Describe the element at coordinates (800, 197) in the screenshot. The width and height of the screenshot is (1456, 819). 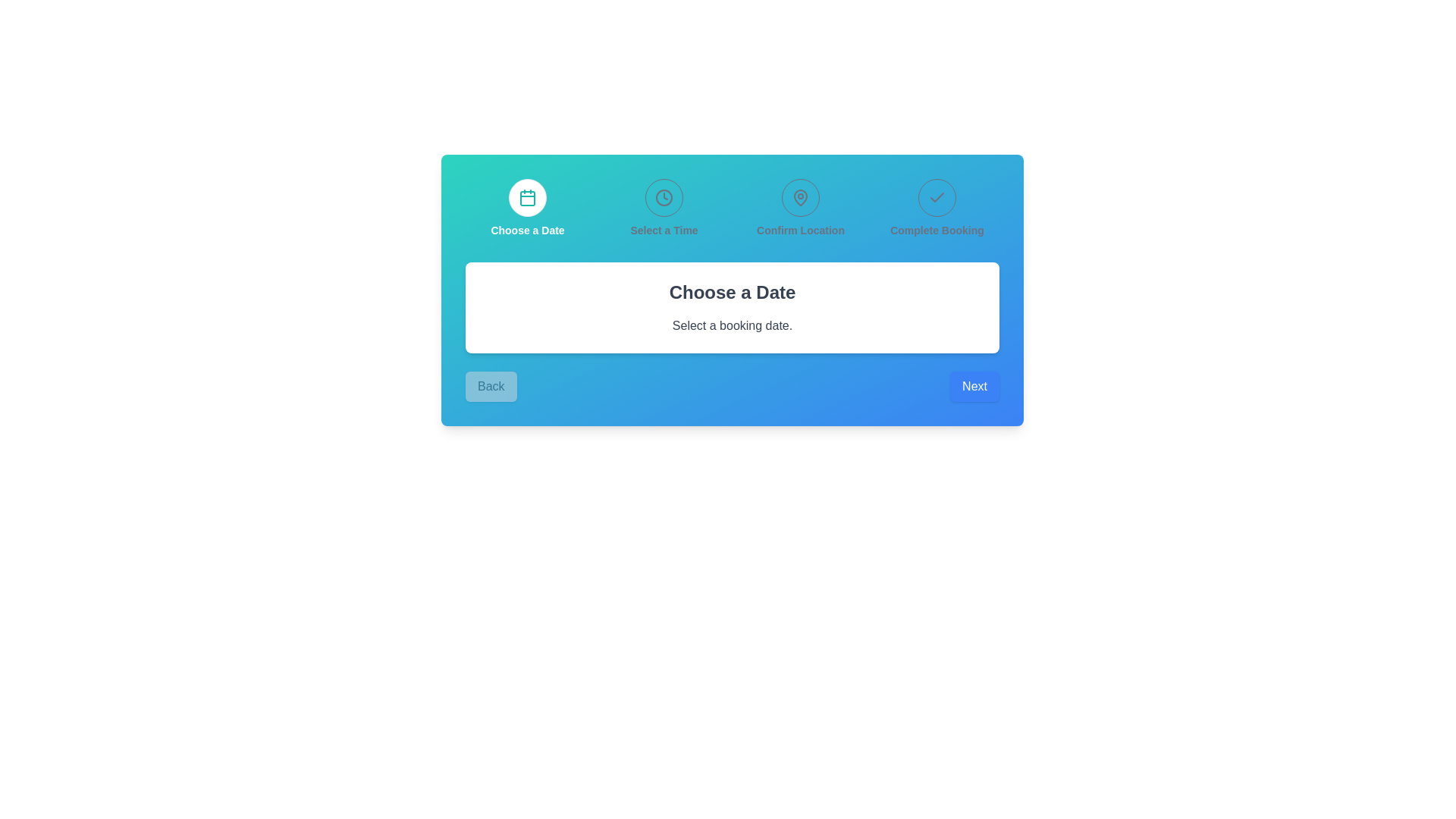
I see `the 'Confirm Location' icon in the booking process navigation bar, which is the third element in the sequence` at that location.